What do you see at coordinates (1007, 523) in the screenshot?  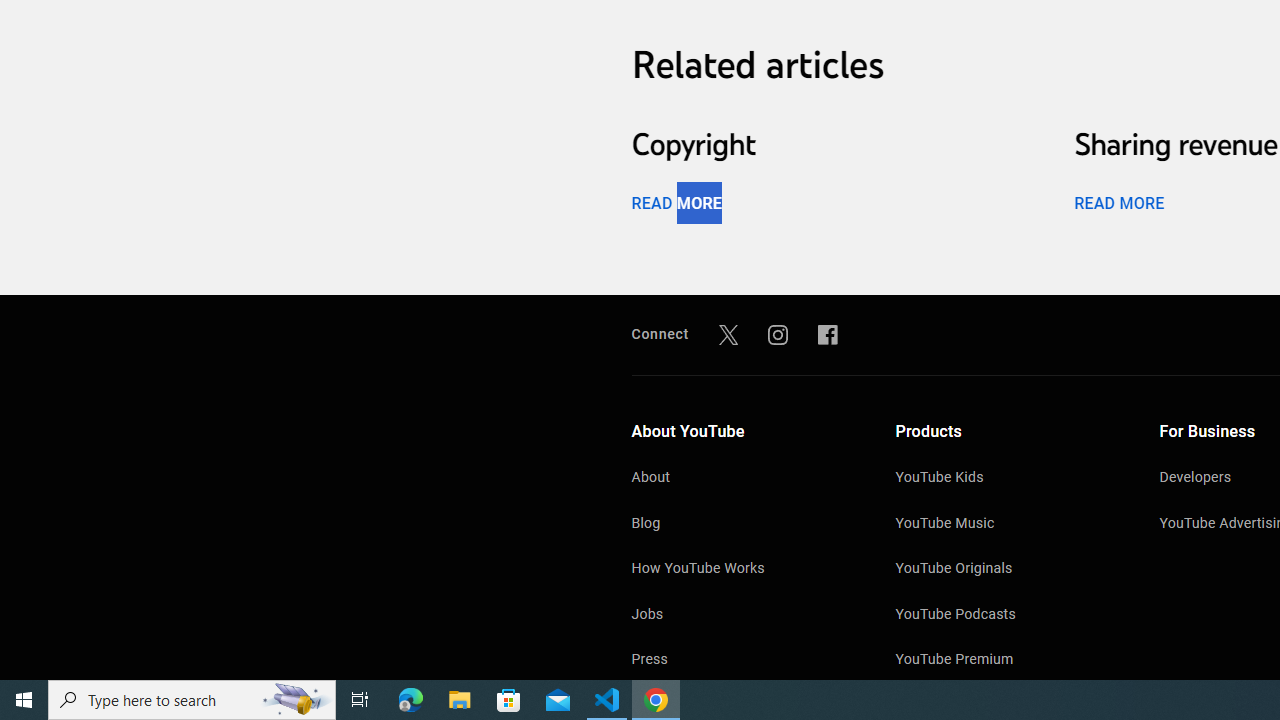 I see `'YouTube Music'` at bounding box center [1007, 523].